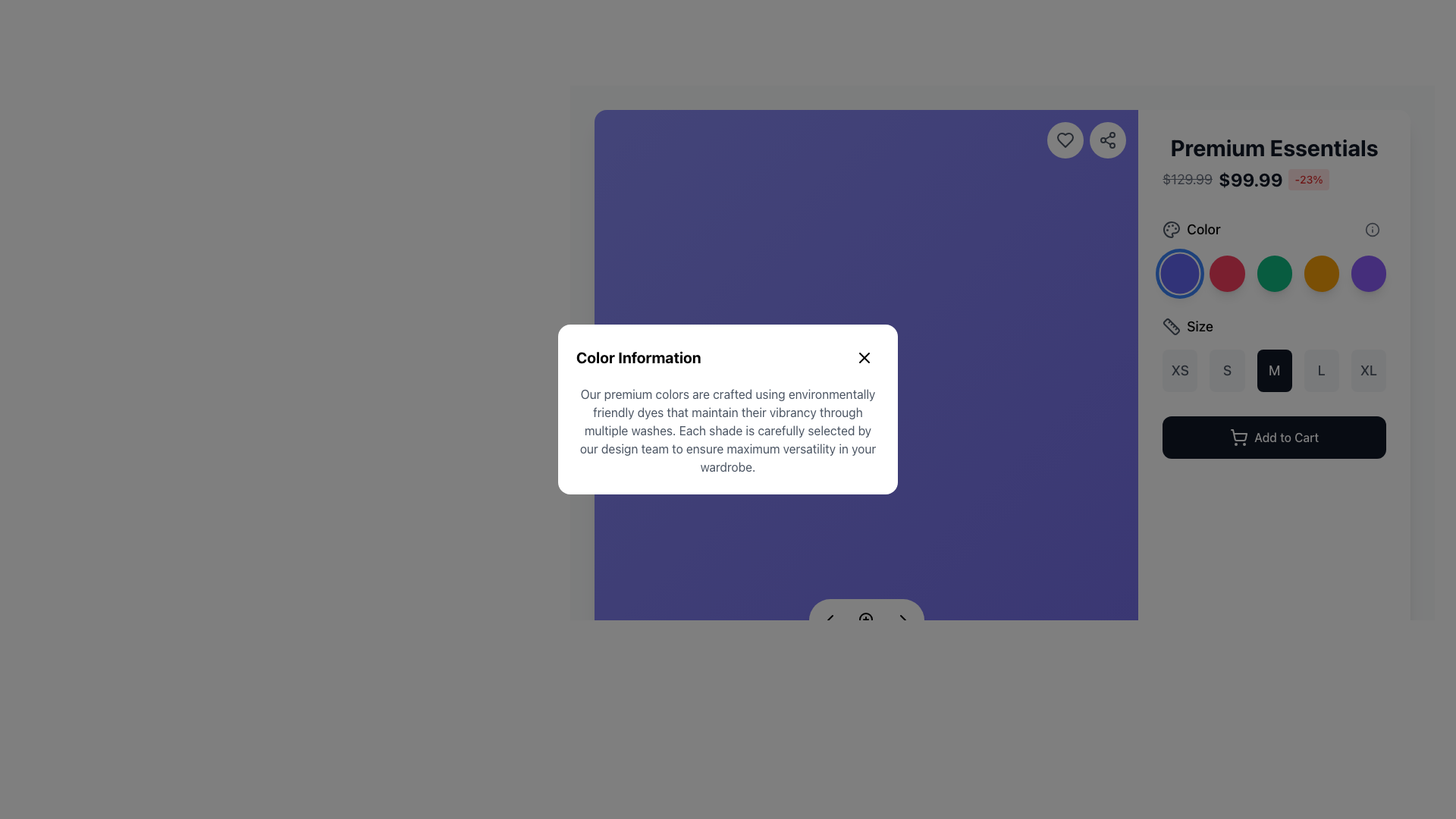 This screenshot has height=819, width=1456. Describe the element at coordinates (1190, 230) in the screenshot. I see `the 'Color' label with the palette-shaped icon` at that location.